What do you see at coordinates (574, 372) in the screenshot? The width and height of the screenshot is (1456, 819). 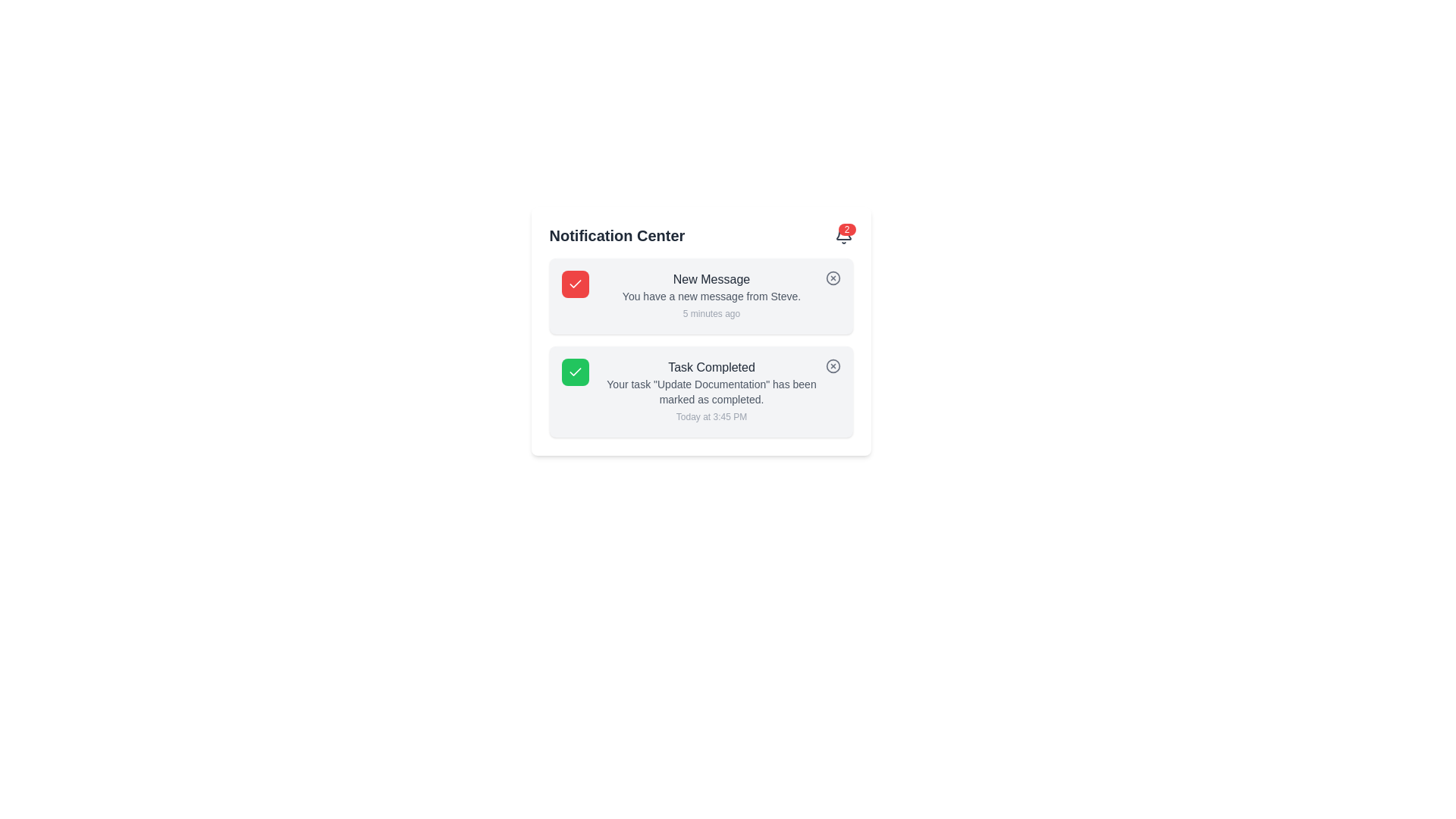 I see `the status indicator icon located in the top-left corner of the second notification box for the 'Task Completed' notification` at bounding box center [574, 372].